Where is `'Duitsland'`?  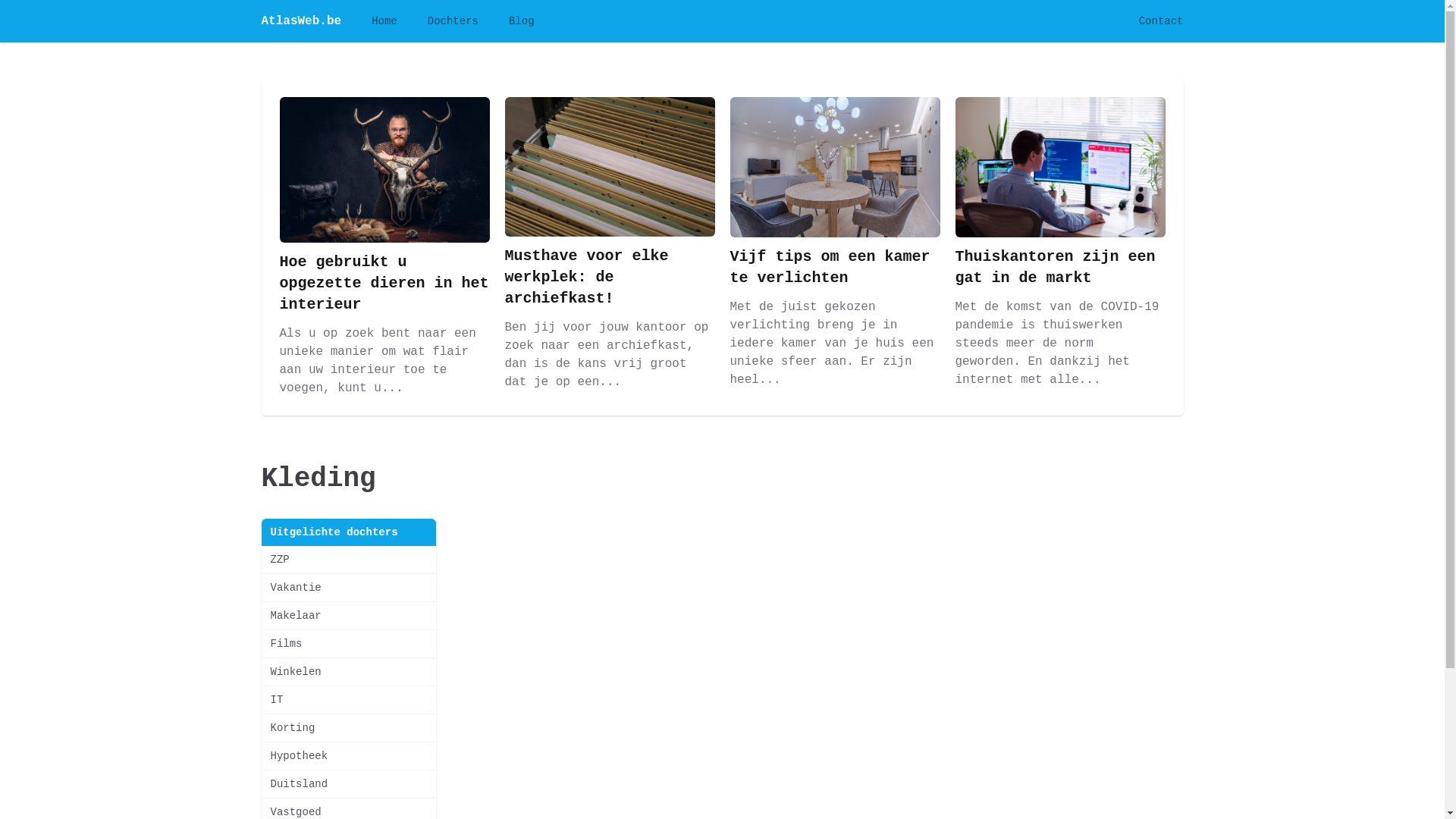
'Duitsland' is located at coordinates (347, 783).